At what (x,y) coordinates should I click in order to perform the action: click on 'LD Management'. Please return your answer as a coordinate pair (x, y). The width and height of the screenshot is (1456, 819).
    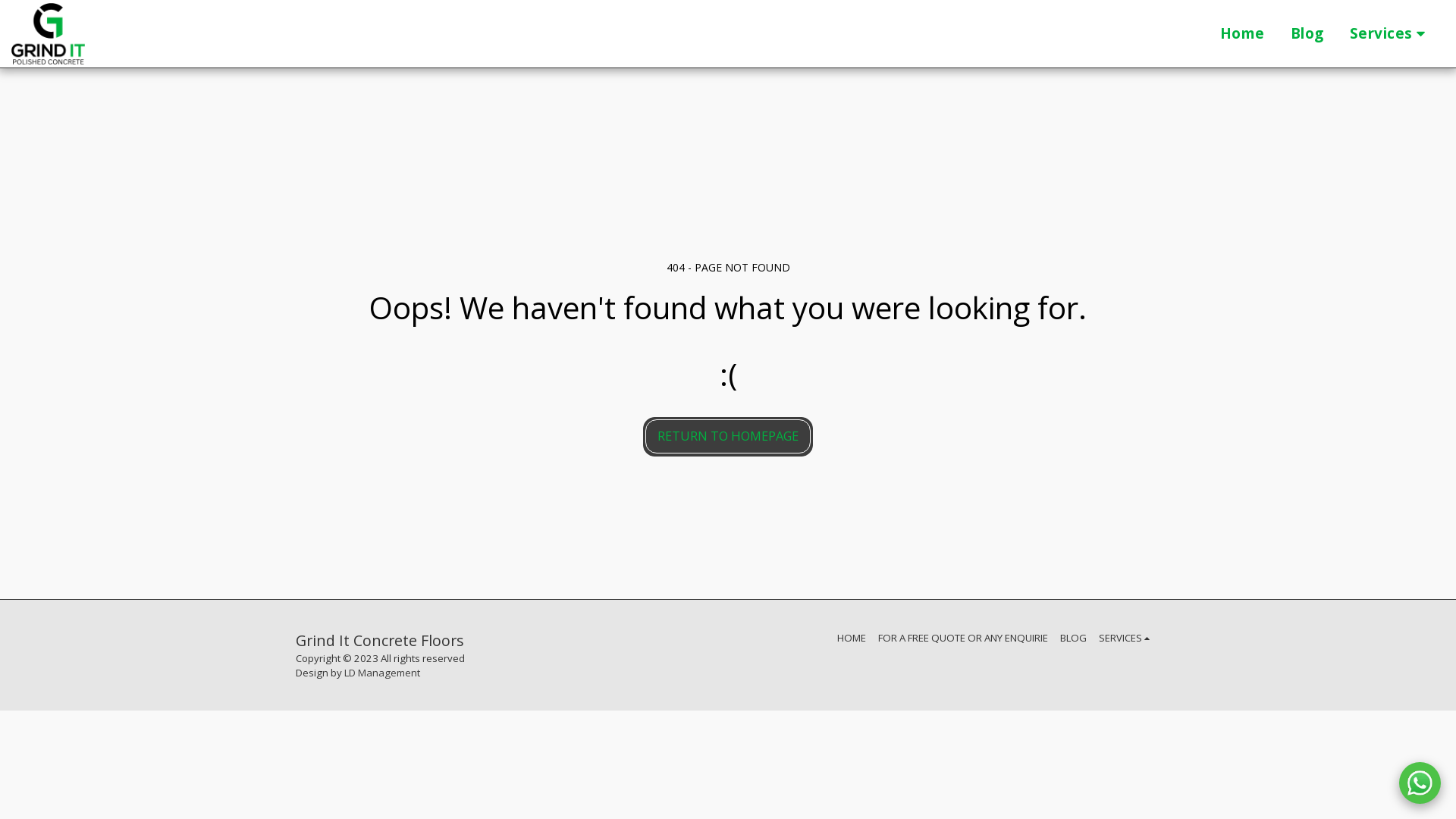
    Looking at the image, I should click on (382, 672).